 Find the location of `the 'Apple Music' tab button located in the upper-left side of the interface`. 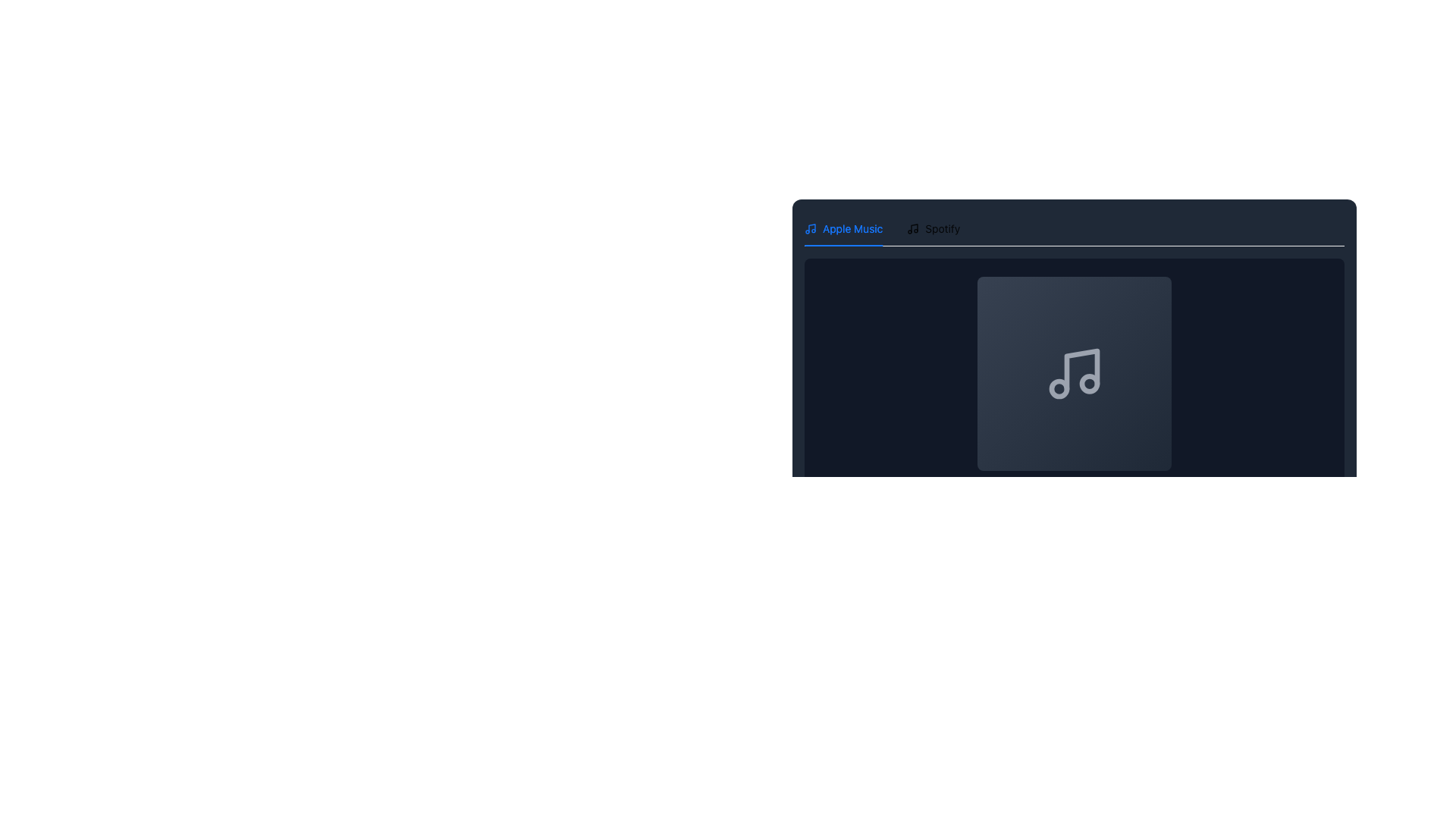

the 'Apple Music' tab button located in the upper-left side of the interface is located at coordinates (843, 228).